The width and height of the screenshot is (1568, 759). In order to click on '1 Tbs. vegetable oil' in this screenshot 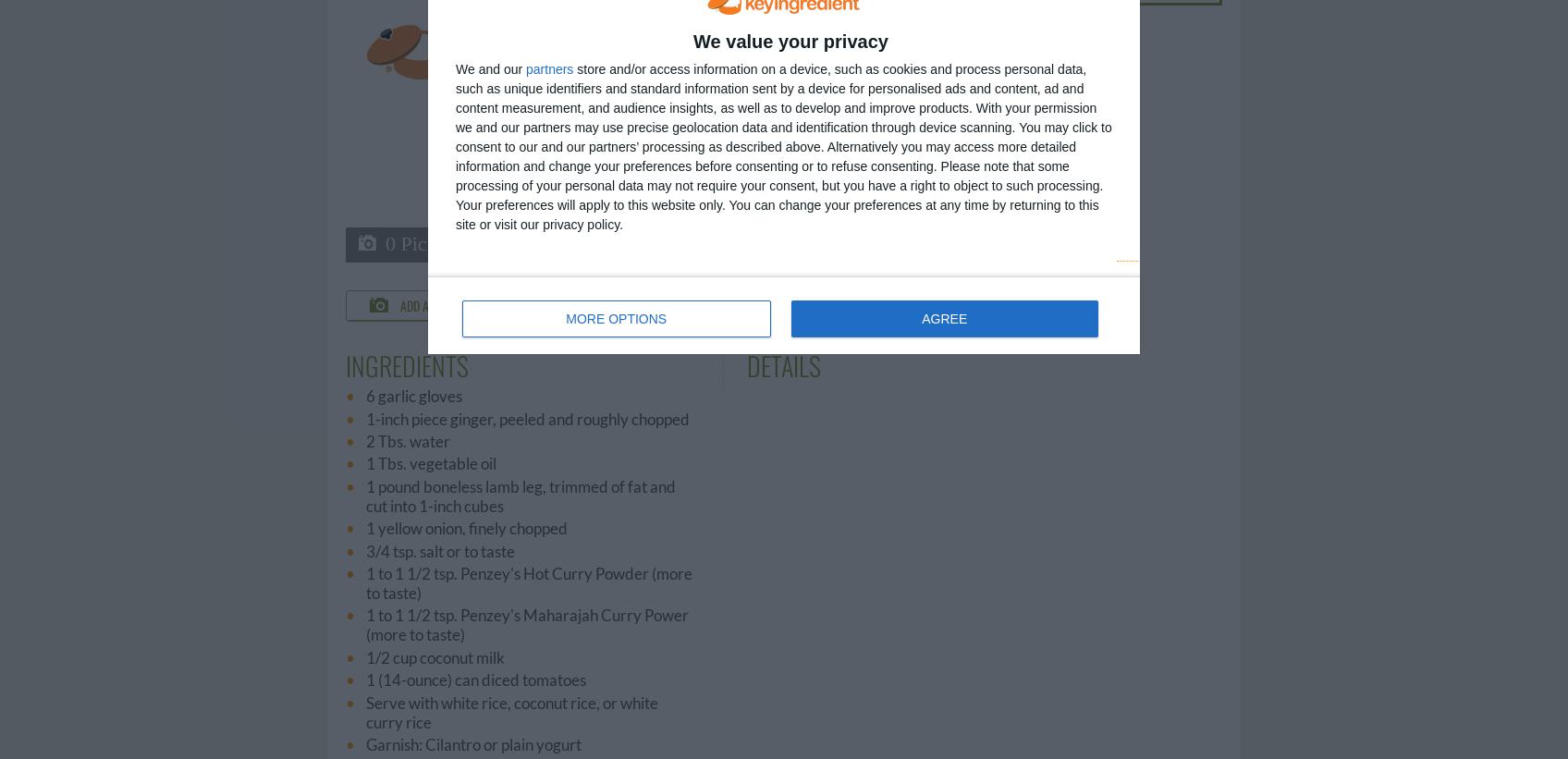, I will do `click(431, 462)`.